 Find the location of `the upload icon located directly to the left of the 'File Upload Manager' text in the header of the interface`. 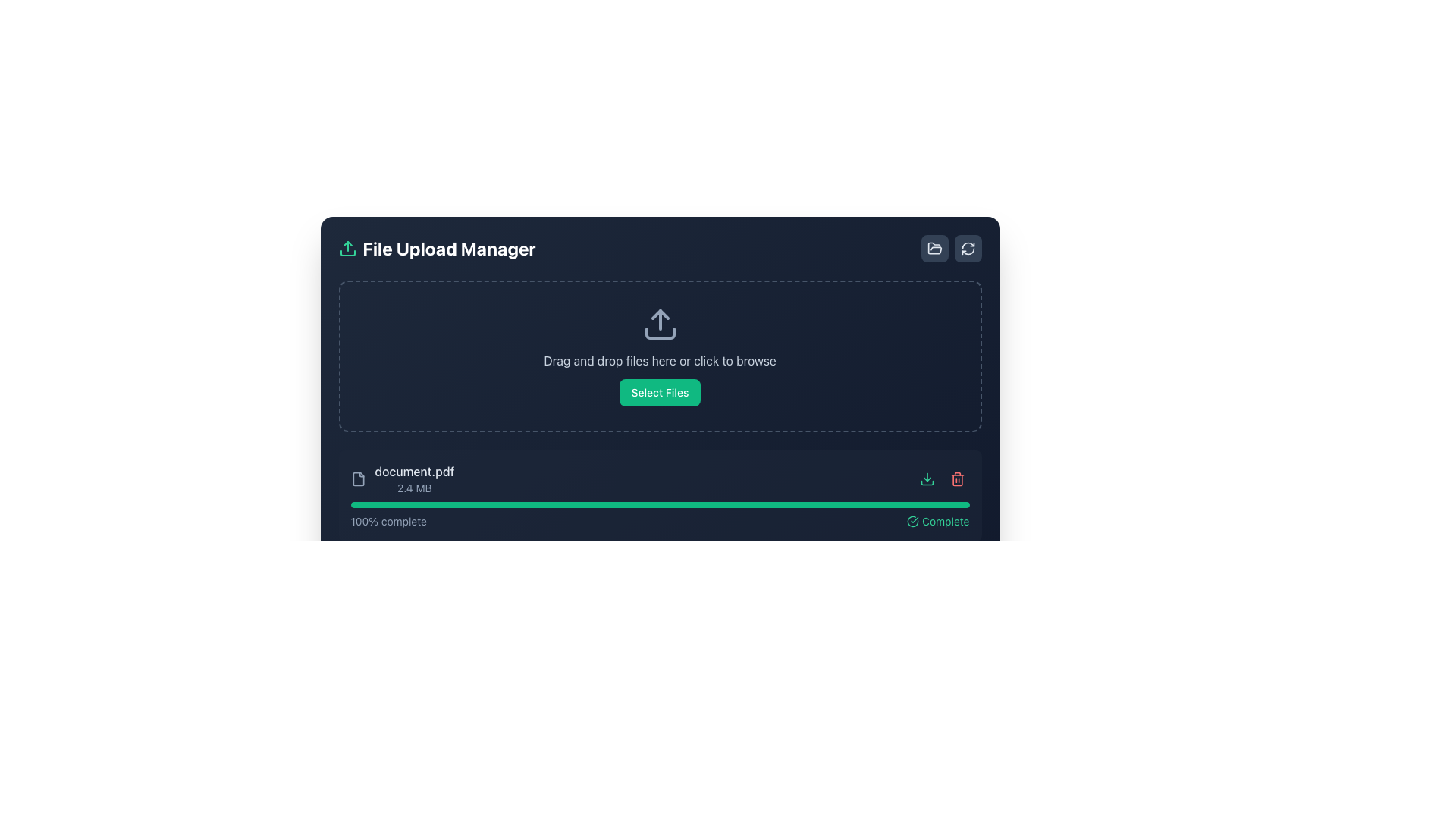

the upload icon located directly to the left of the 'File Upload Manager' text in the header of the interface is located at coordinates (347, 247).